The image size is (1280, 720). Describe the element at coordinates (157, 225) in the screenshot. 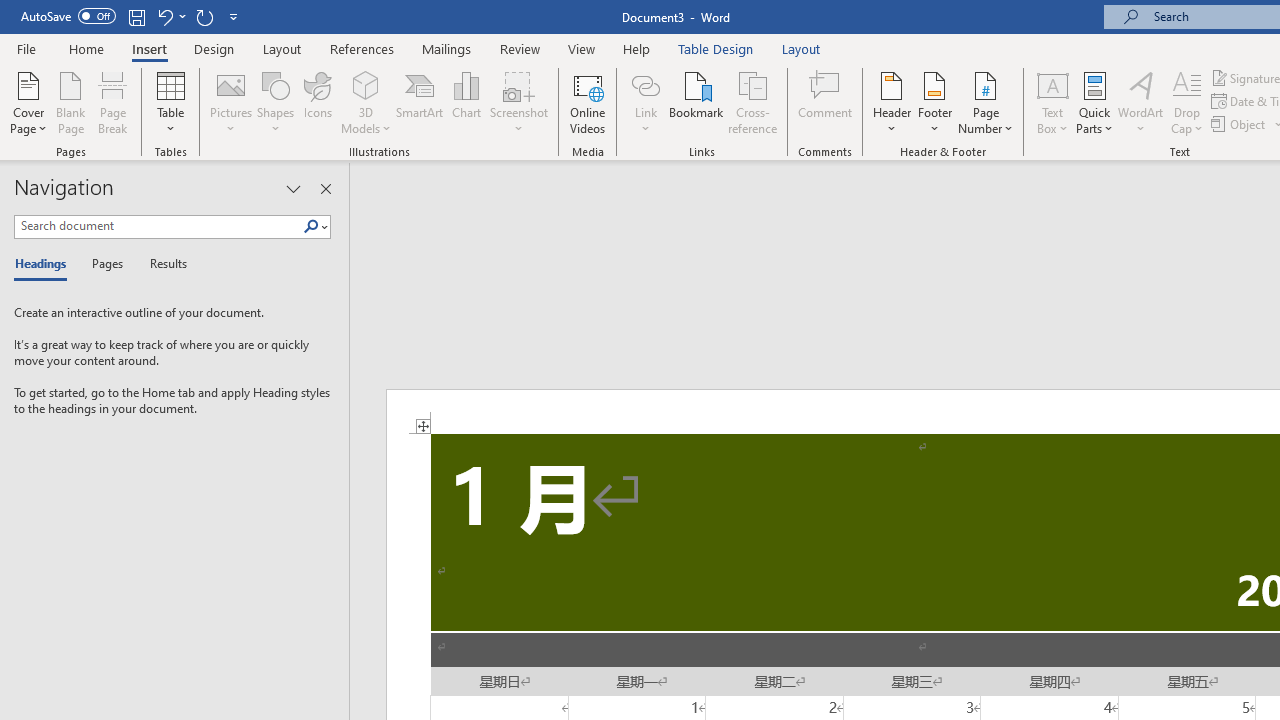

I see `'Search document'` at that location.